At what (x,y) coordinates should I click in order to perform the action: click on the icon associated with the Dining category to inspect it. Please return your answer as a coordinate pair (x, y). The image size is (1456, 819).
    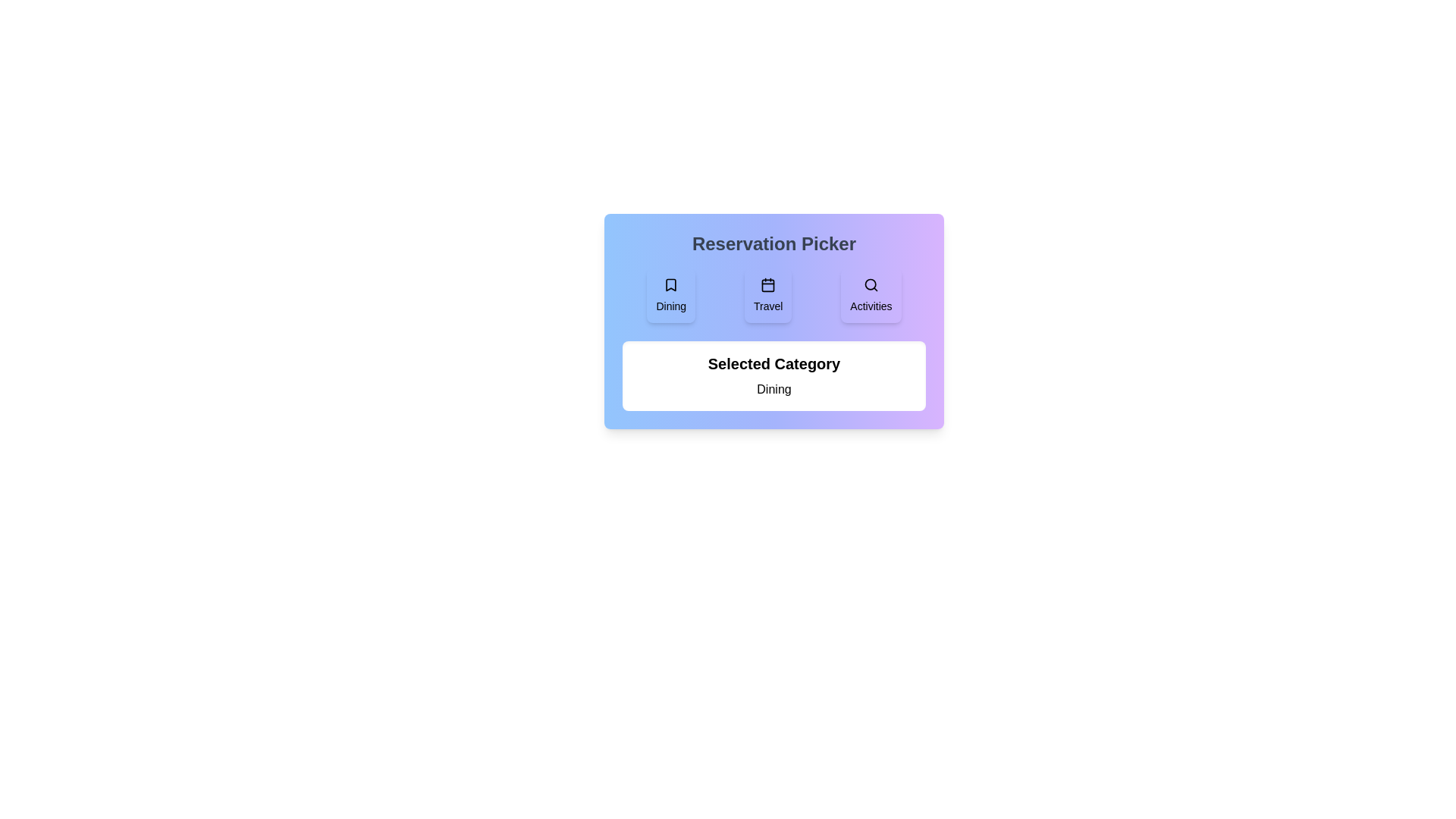
    Looking at the image, I should click on (670, 295).